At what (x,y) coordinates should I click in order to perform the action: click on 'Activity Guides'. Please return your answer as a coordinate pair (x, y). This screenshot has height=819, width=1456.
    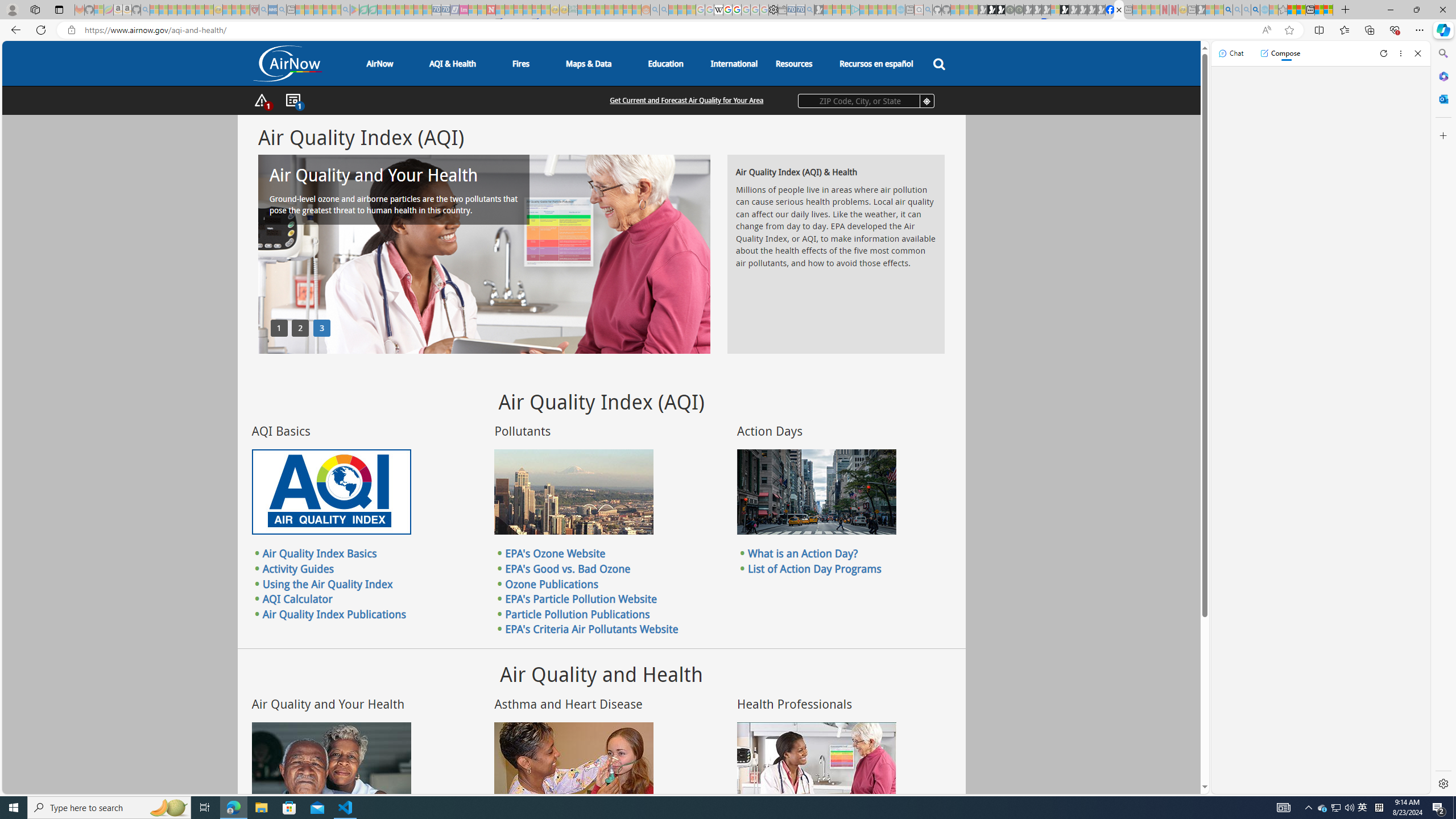
    Looking at the image, I should click on (297, 568).